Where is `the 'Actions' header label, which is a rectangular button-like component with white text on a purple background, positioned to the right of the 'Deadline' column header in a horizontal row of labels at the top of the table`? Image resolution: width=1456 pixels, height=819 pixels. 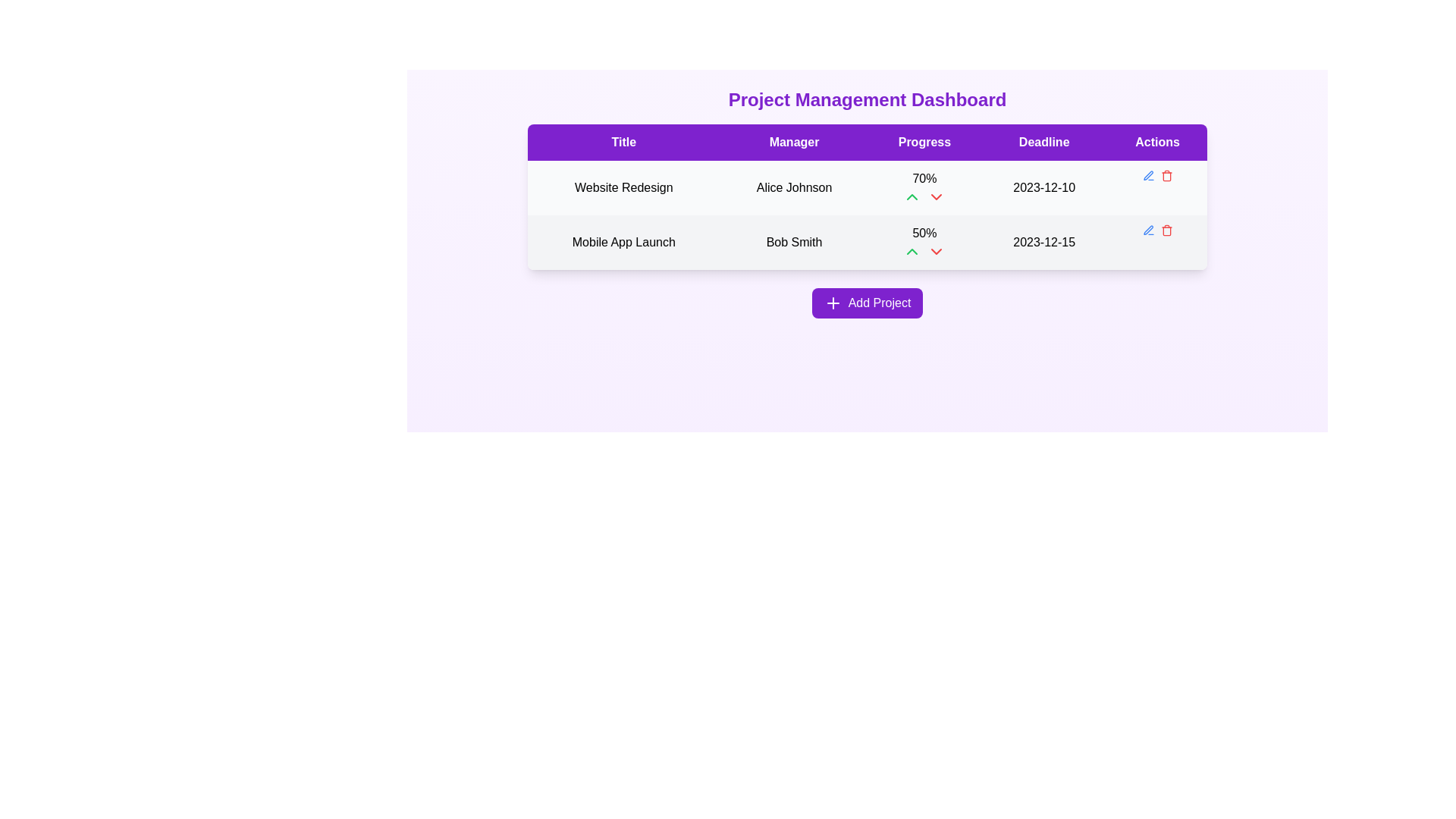 the 'Actions' header label, which is a rectangular button-like component with white text on a purple background, positioned to the right of the 'Deadline' column header in a horizontal row of labels at the top of the table is located at coordinates (1156, 143).